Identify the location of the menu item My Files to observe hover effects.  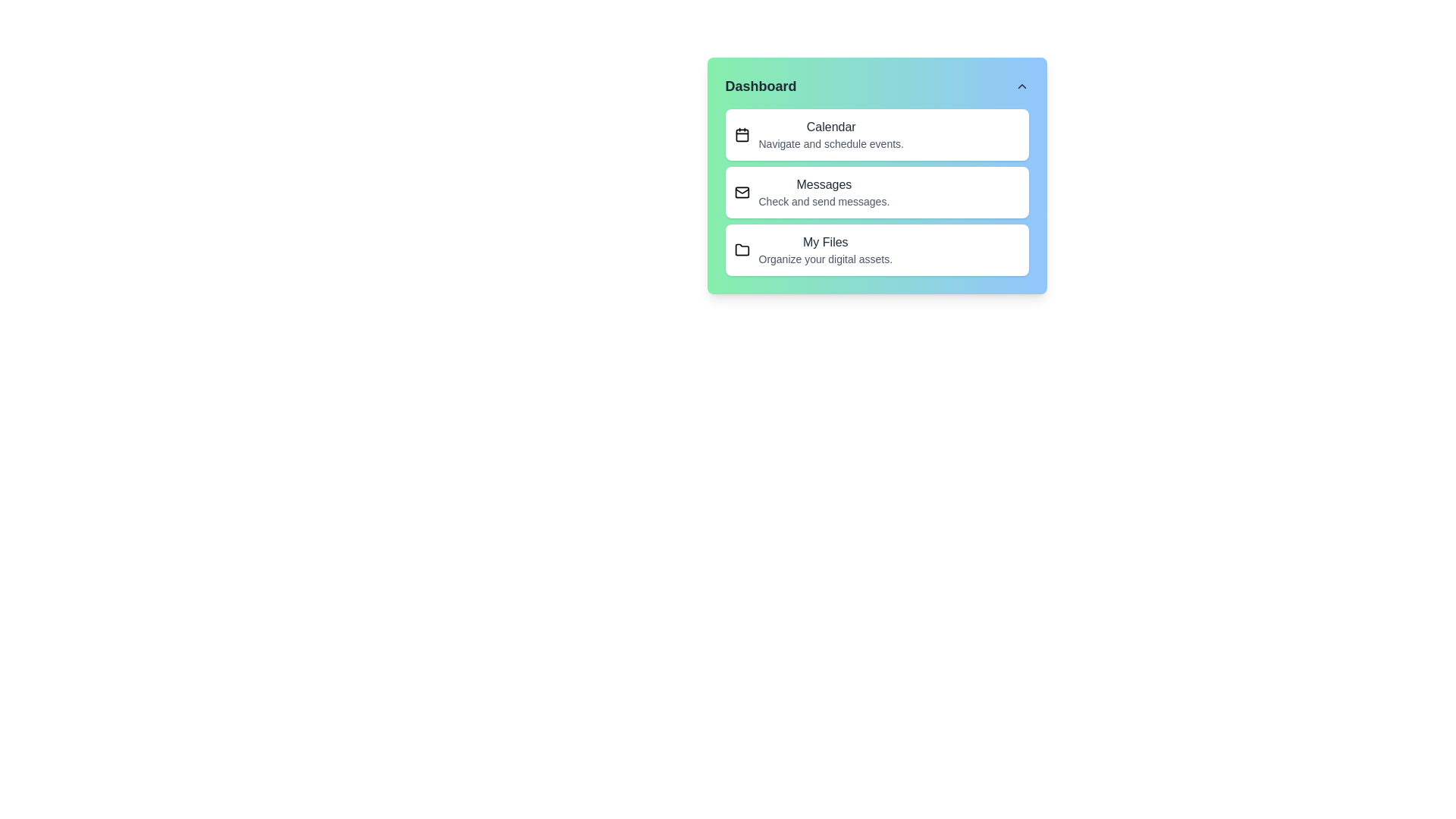
(877, 249).